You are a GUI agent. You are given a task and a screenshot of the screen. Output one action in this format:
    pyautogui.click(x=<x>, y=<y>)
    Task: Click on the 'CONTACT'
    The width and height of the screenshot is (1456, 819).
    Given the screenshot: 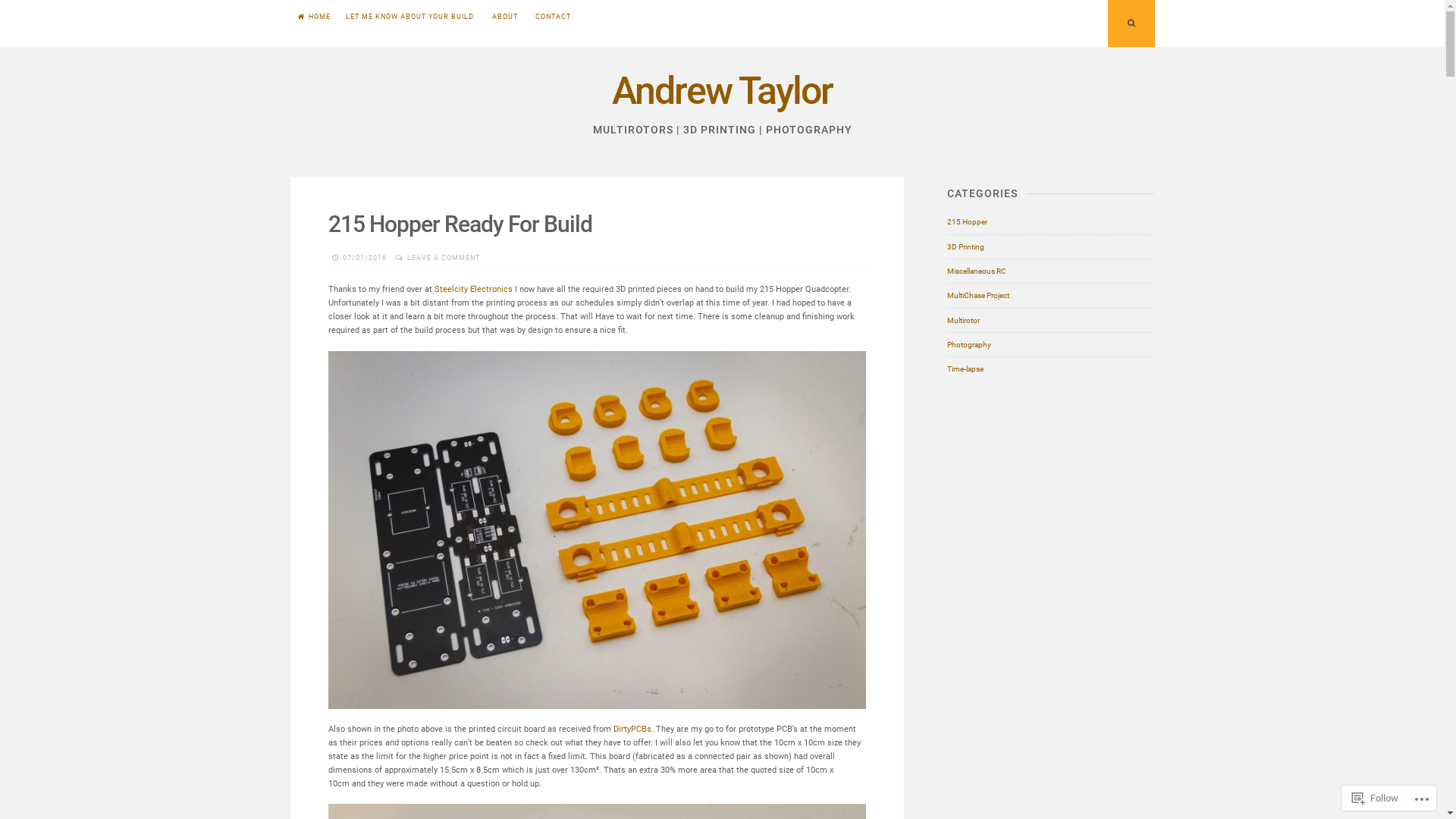 What is the action you would take?
    pyautogui.click(x=552, y=17)
    